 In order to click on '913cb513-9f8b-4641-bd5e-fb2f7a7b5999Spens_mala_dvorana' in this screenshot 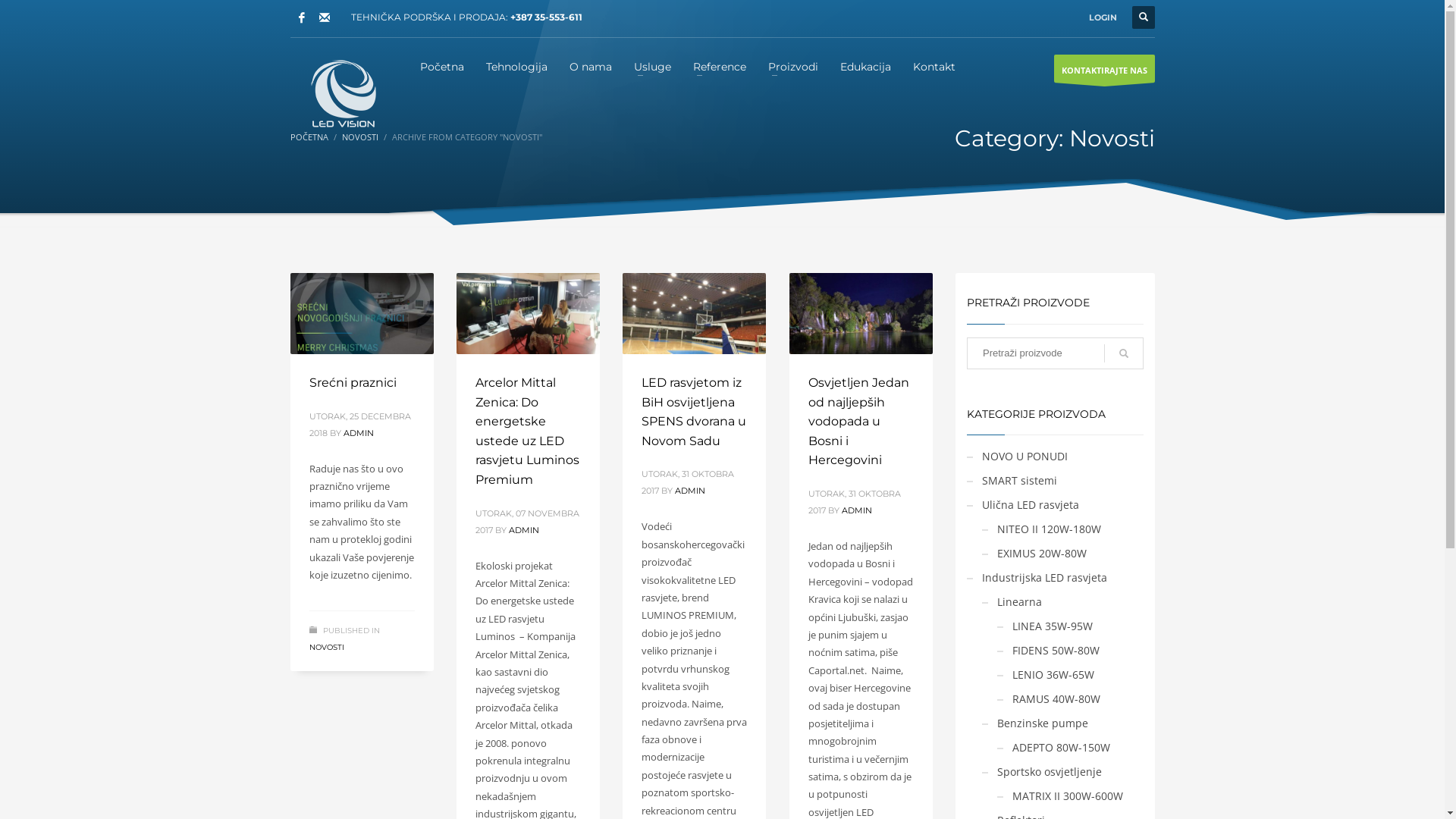, I will do `click(692, 312)`.